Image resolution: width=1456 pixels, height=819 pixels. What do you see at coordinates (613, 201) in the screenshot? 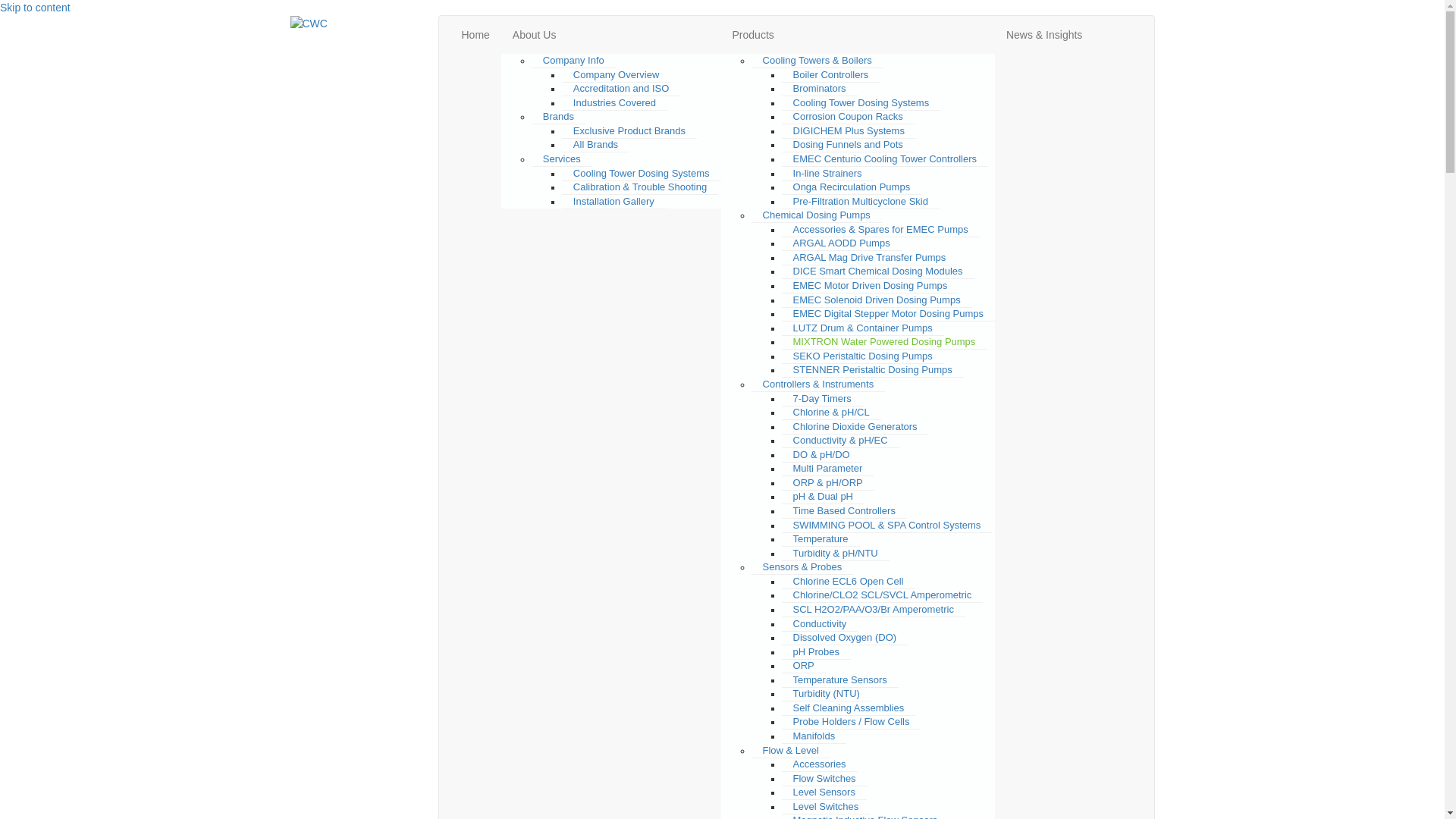
I see `'Installation Gallery'` at bounding box center [613, 201].